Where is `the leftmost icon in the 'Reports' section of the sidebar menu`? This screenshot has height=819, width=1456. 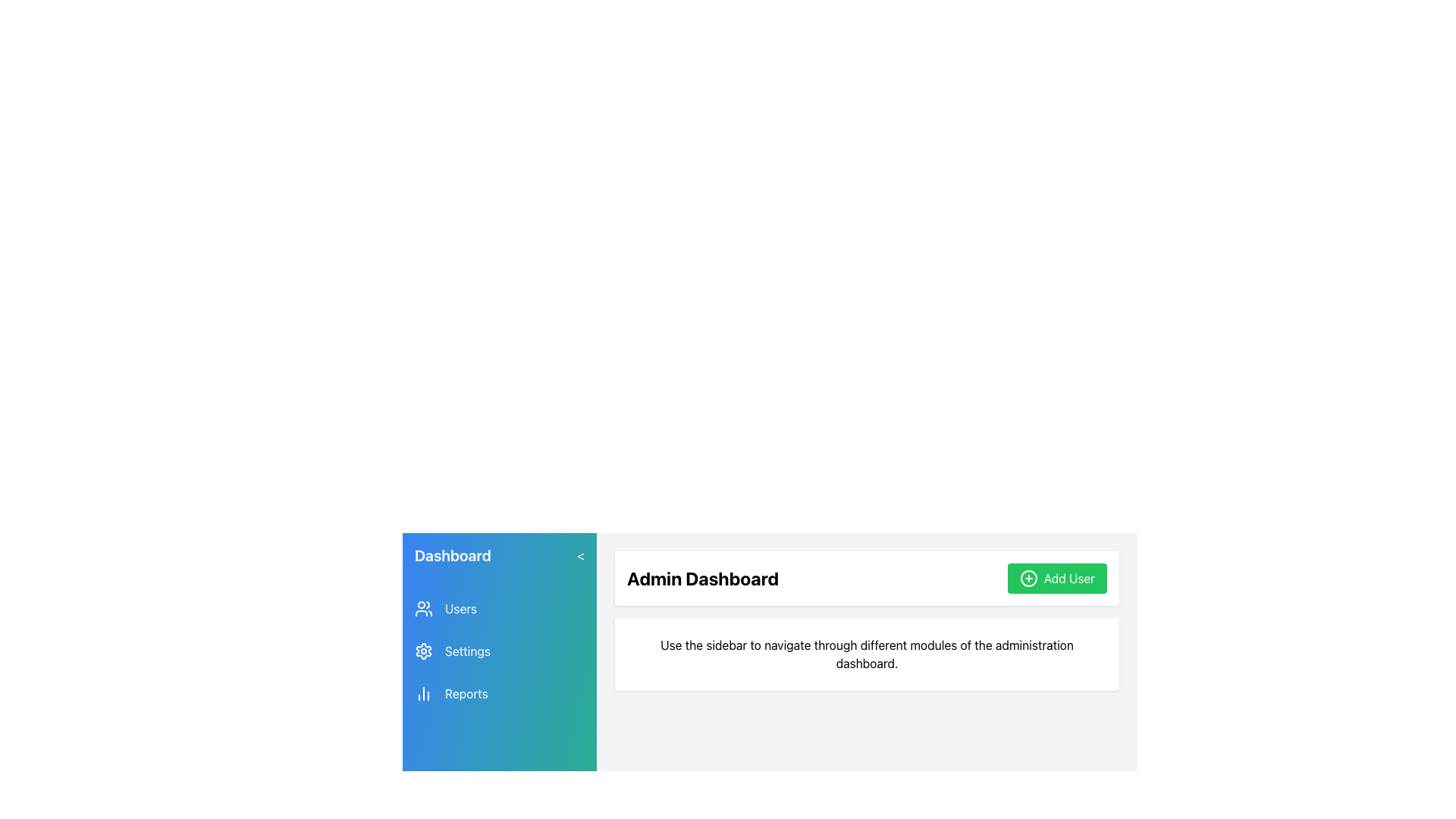 the leftmost icon in the 'Reports' section of the sidebar menu is located at coordinates (423, 693).